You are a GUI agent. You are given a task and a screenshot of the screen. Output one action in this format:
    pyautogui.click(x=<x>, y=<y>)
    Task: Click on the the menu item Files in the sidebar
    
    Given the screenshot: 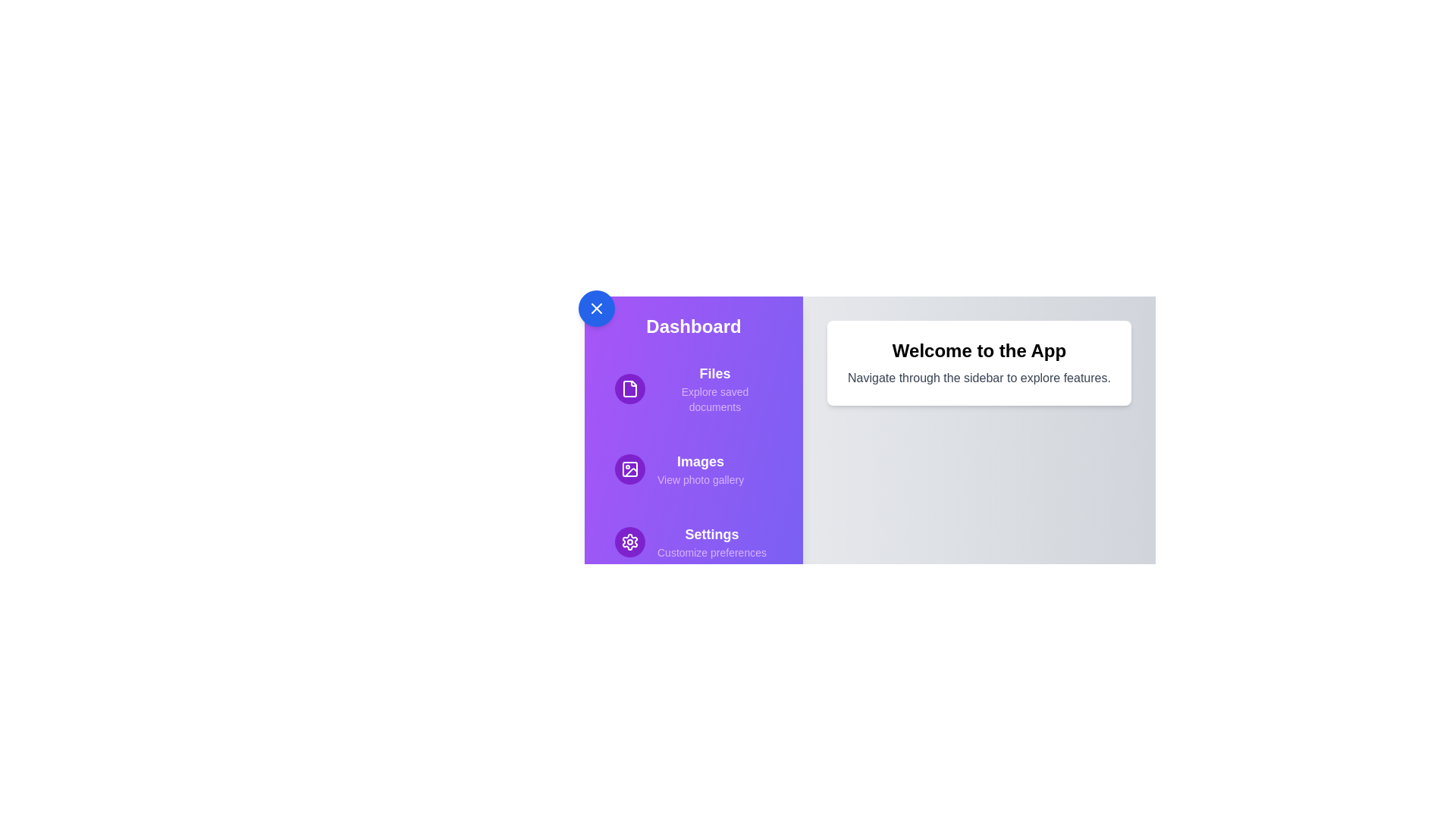 What is the action you would take?
    pyautogui.click(x=693, y=388)
    